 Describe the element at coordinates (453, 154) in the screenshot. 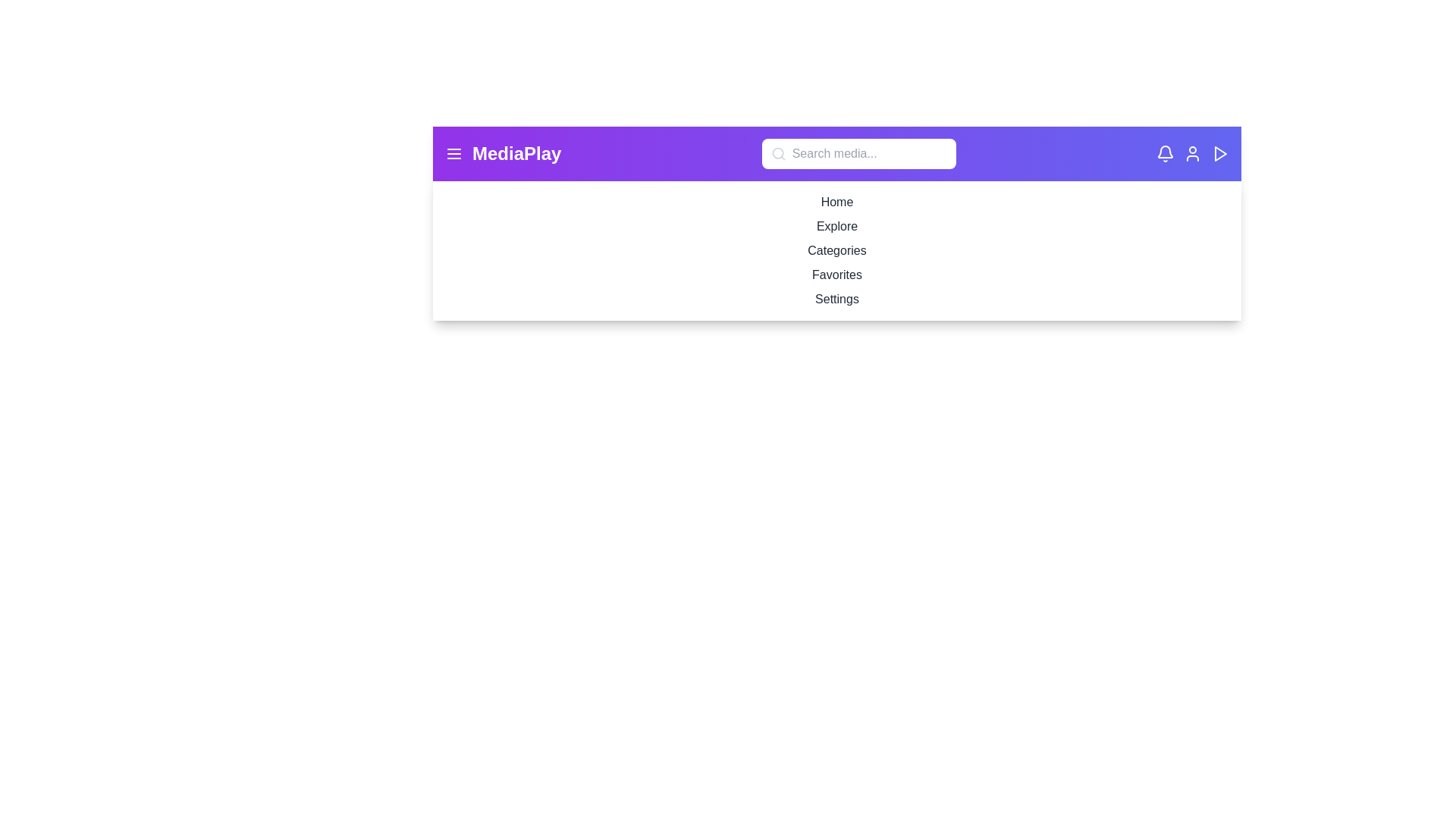

I see `the menu icon located at the top-left corner of the interface within the purple header bar, which is part of the 'MediaPlay' group` at that location.